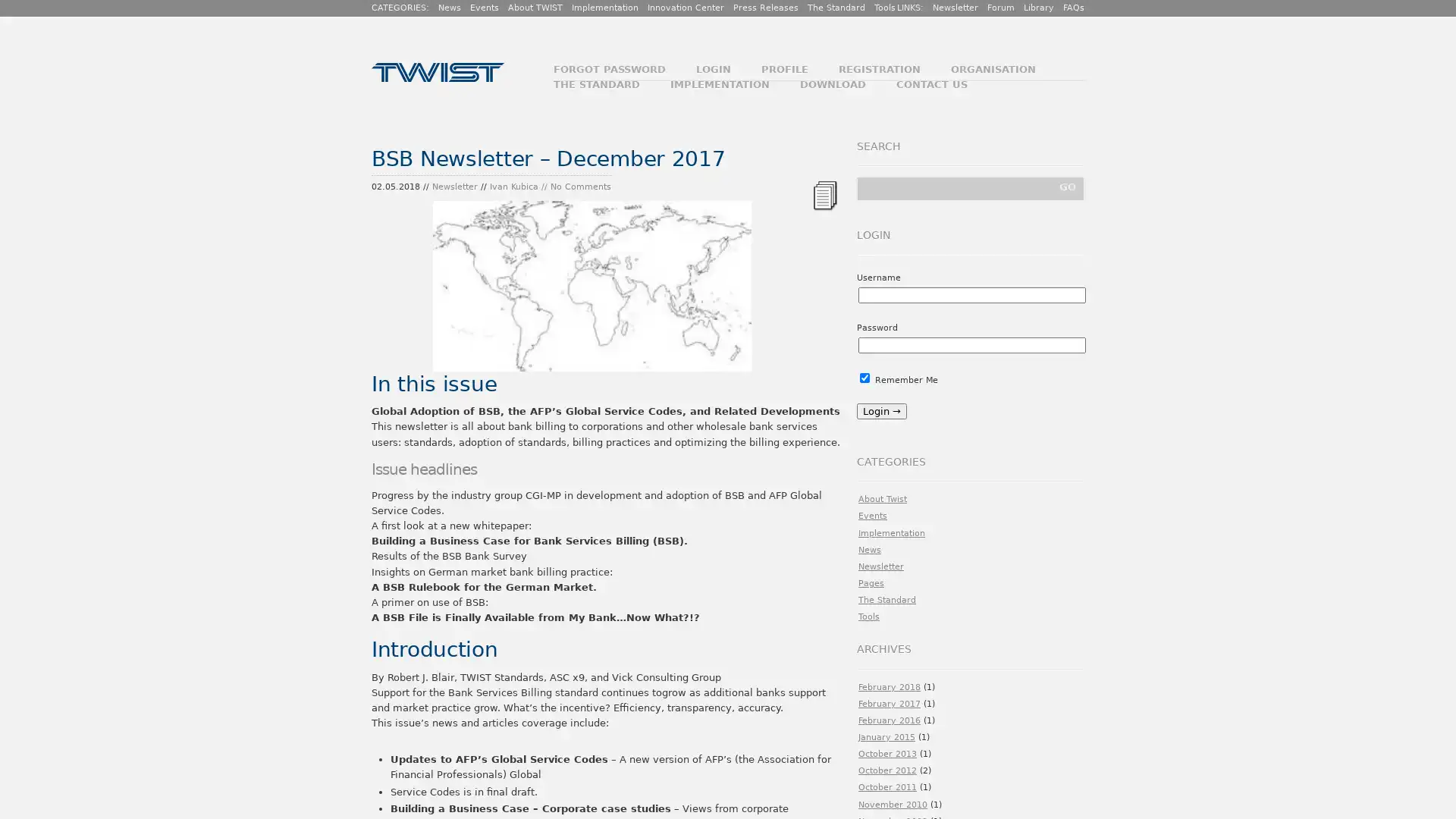  What do you see at coordinates (881, 411) in the screenshot?
I see `Login` at bounding box center [881, 411].